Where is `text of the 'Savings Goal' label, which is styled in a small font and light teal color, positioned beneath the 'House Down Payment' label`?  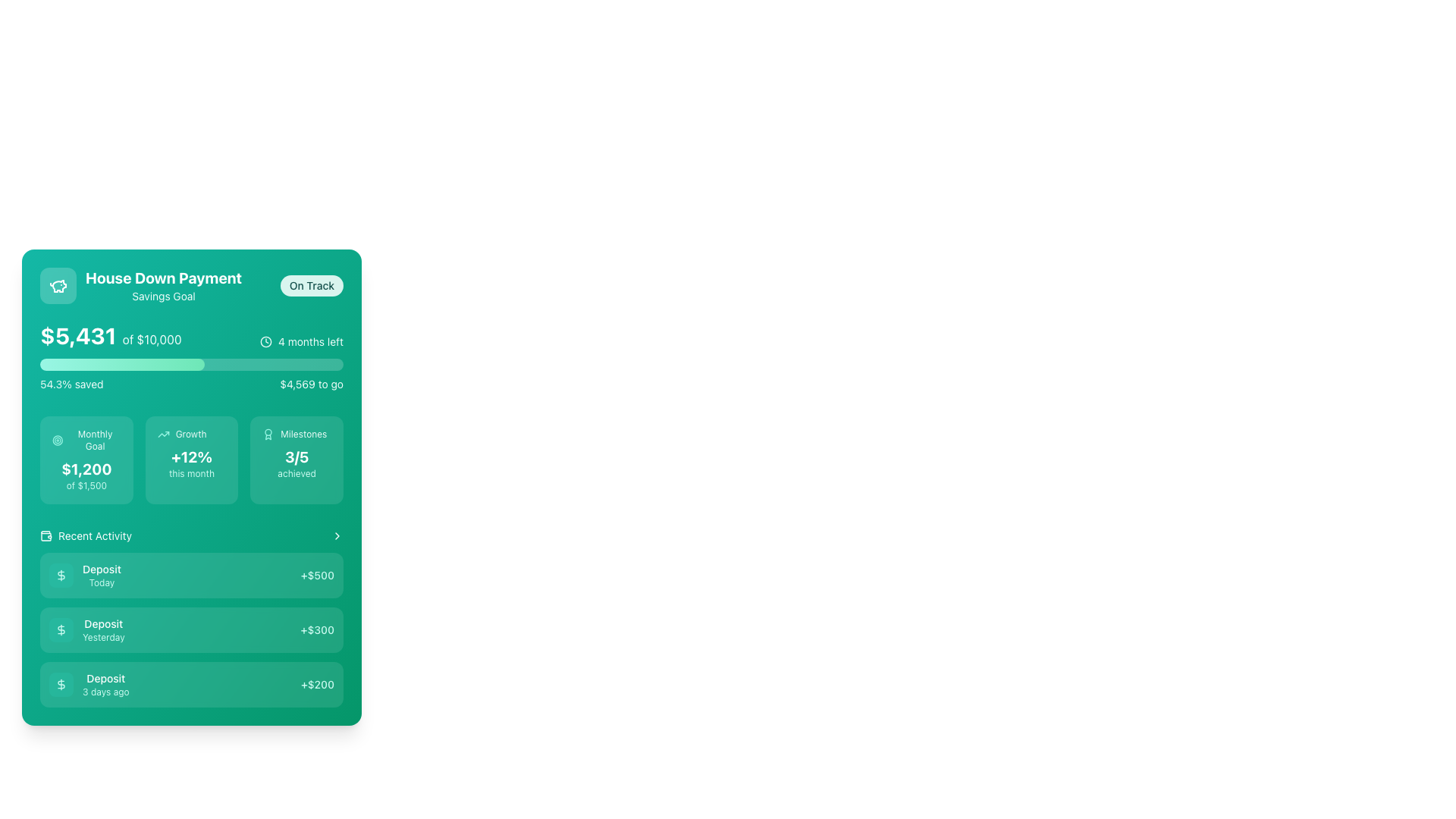
text of the 'Savings Goal' label, which is styled in a small font and light teal color, positioned beneath the 'House Down Payment' label is located at coordinates (164, 296).